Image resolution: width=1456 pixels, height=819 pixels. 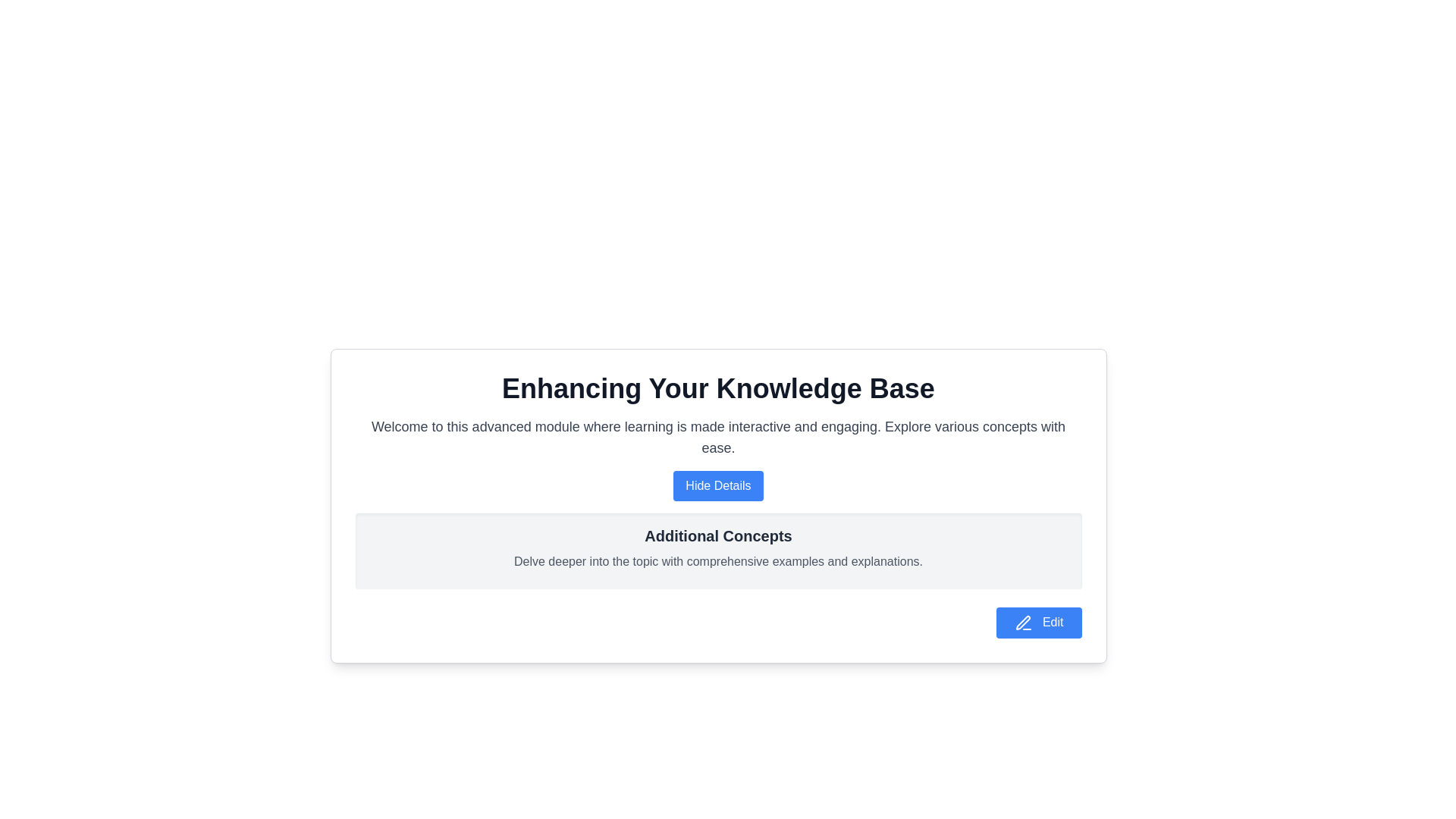 What do you see at coordinates (1024, 623) in the screenshot?
I see `the pen icon located to the right of the 'Edit' button at the bottom-right corner of the card interface to initiate editing functionality` at bounding box center [1024, 623].